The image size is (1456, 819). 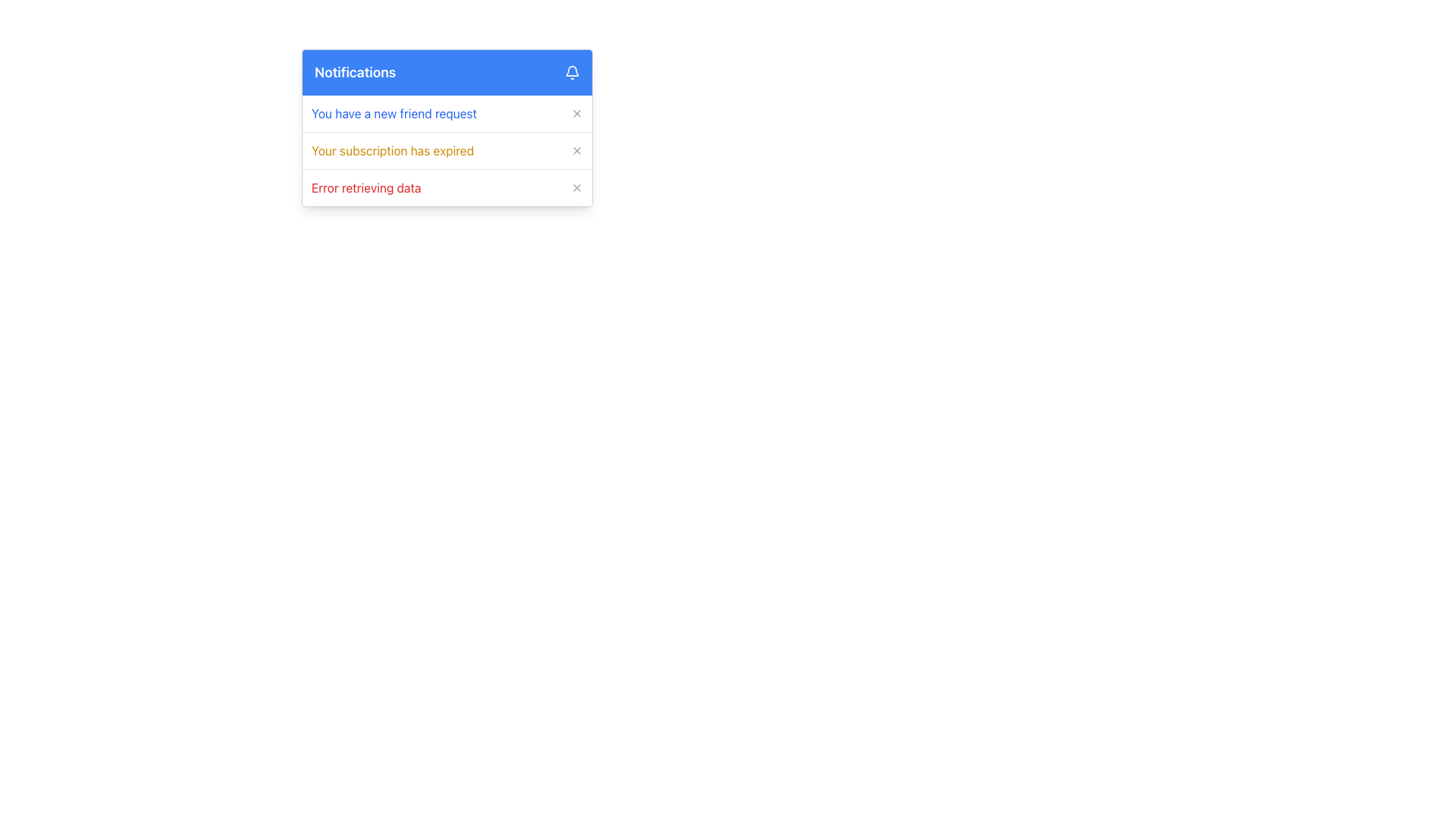 I want to click on the close button on the right of the notification panel entry featuring the text 'Error retrieving data' in red font, so click(x=447, y=187).